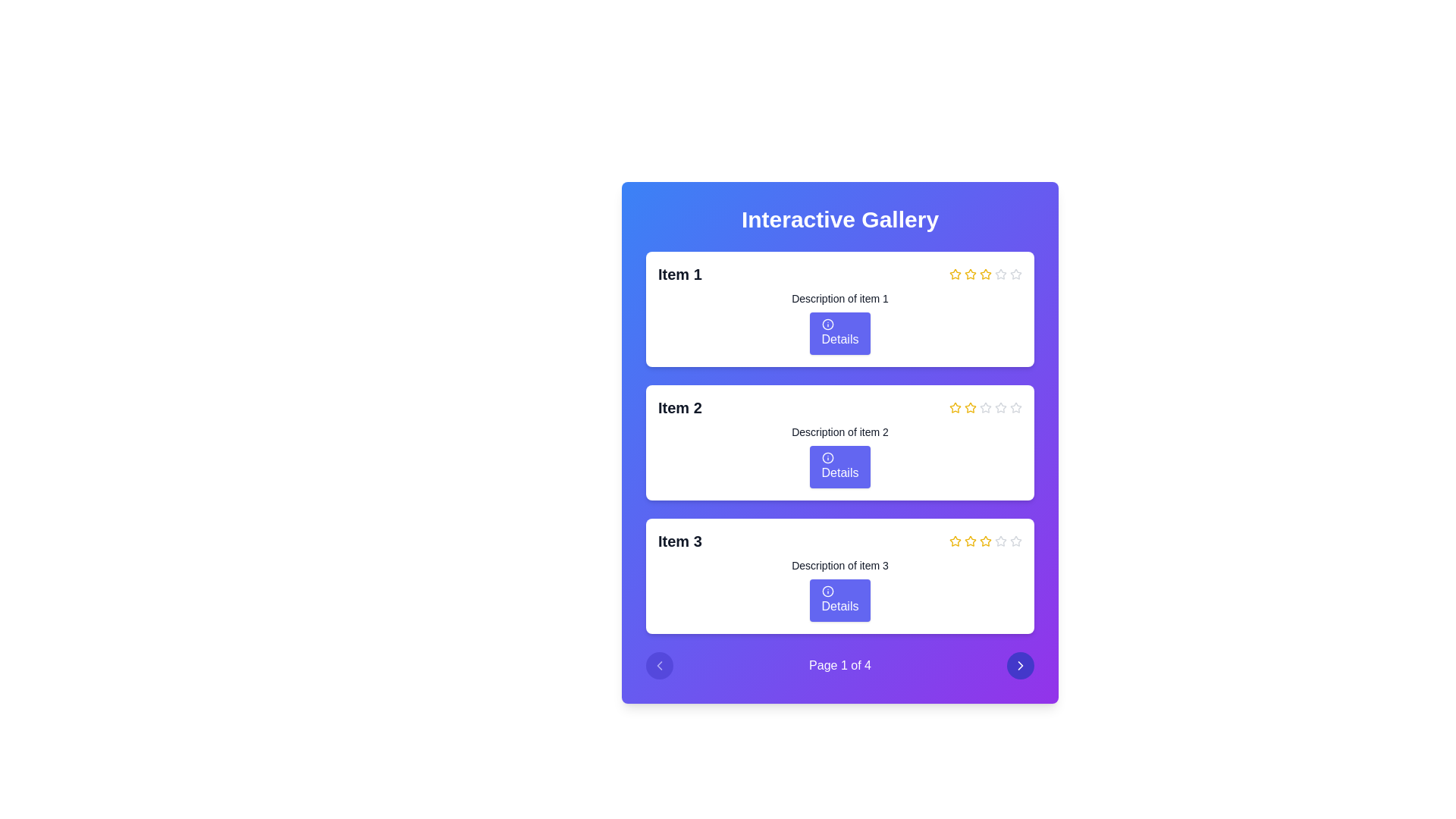  Describe the element at coordinates (971, 275) in the screenshot. I see `the third star icon in the 'Item 1' section, which is highlighted in yellow to indicate it has been selected` at that location.